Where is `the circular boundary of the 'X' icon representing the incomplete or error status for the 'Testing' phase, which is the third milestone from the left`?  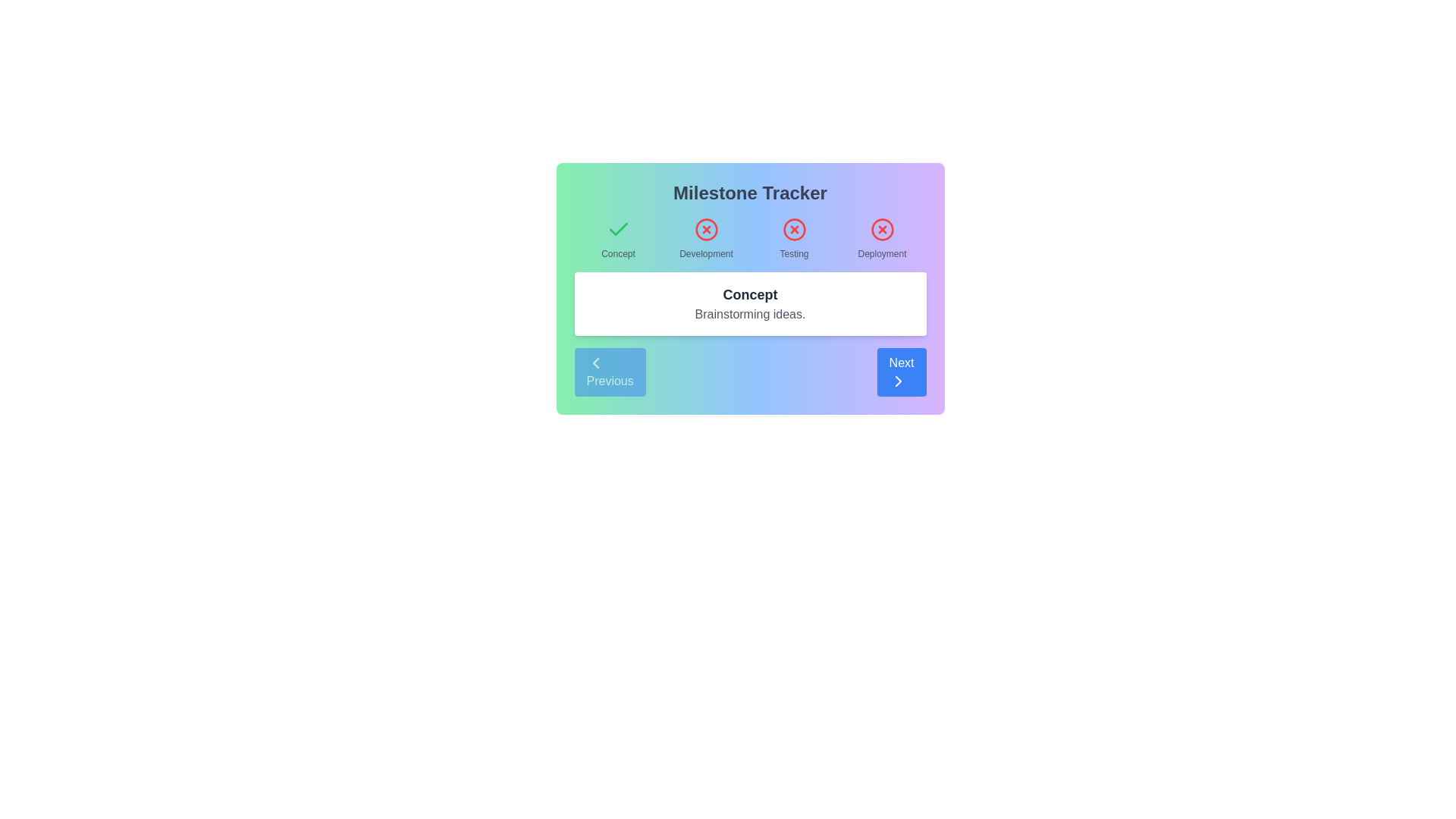 the circular boundary of the 'X' icon representing the incomplete or error status for the 'Testing' phase, which is the third milestone from the left is located at coordinates (793, 230).